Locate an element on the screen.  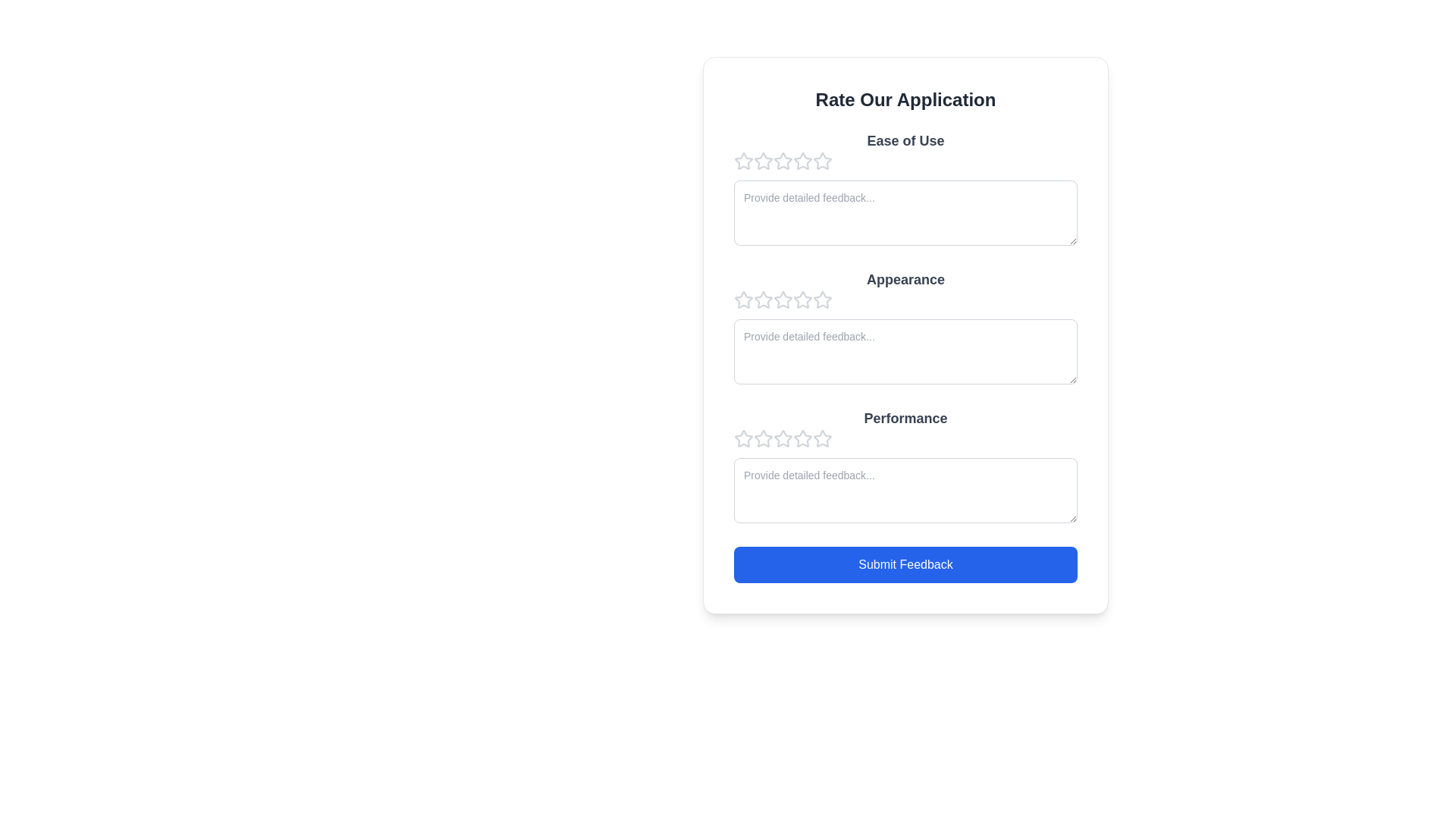
the first star rating icon, which is styled in a neutral gray tone and located beneath the 'Appearance' label in the feedback form is located at coordinates (743, 300).